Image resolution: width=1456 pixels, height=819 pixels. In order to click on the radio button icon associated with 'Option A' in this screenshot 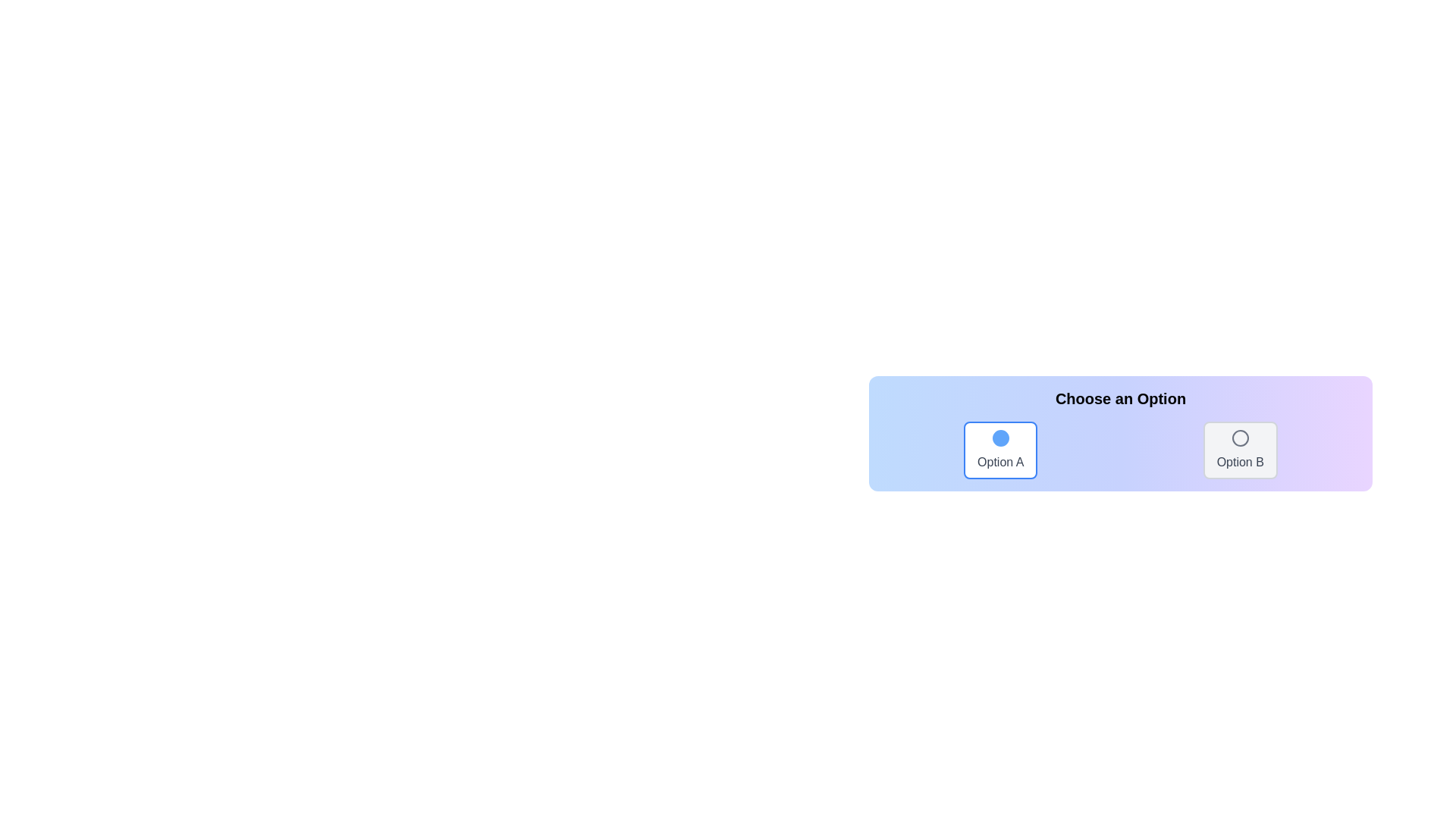, I will do `click(1000, 438)`.